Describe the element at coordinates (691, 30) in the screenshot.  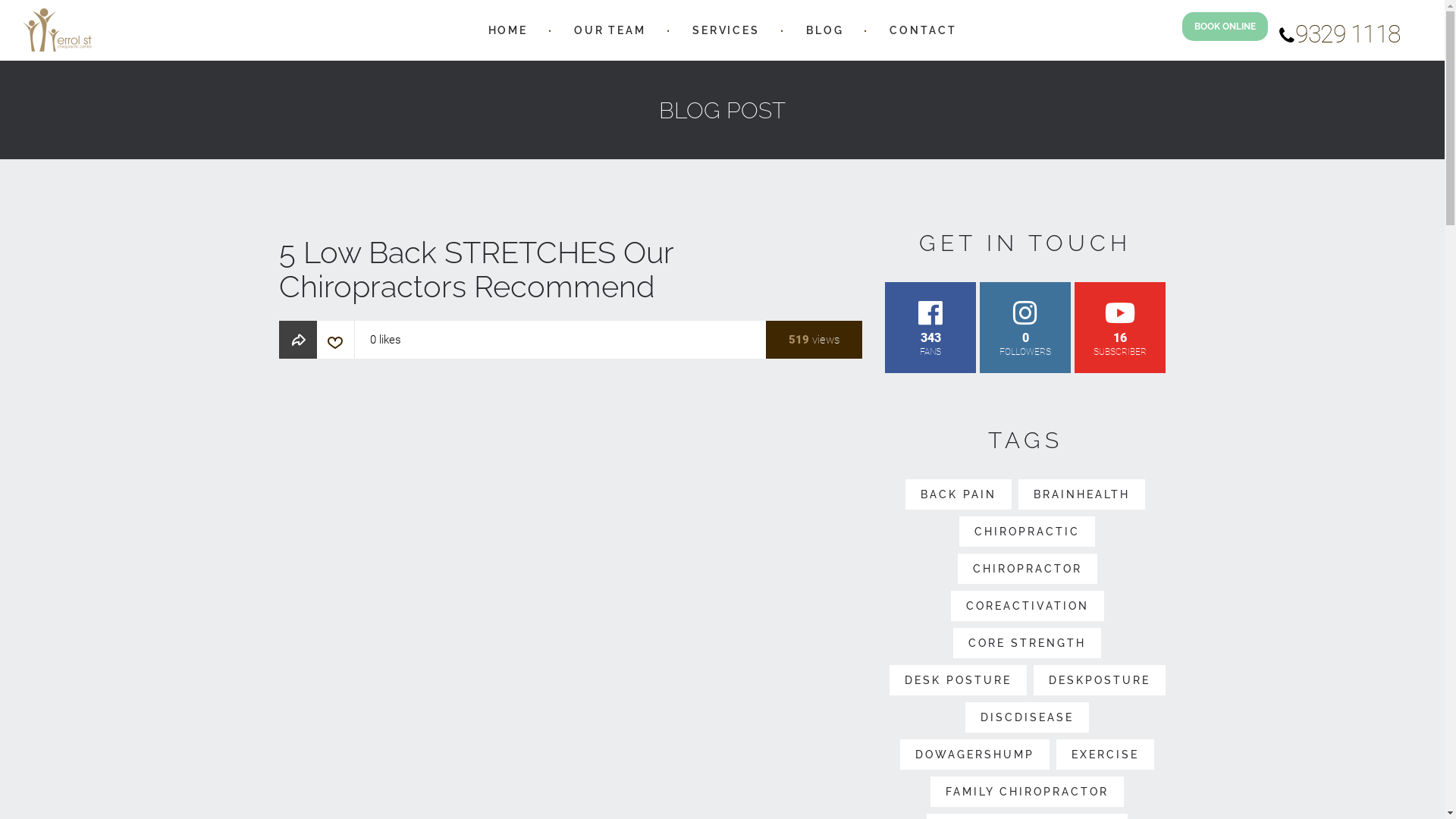
I see `'SERVICES'` at that location.